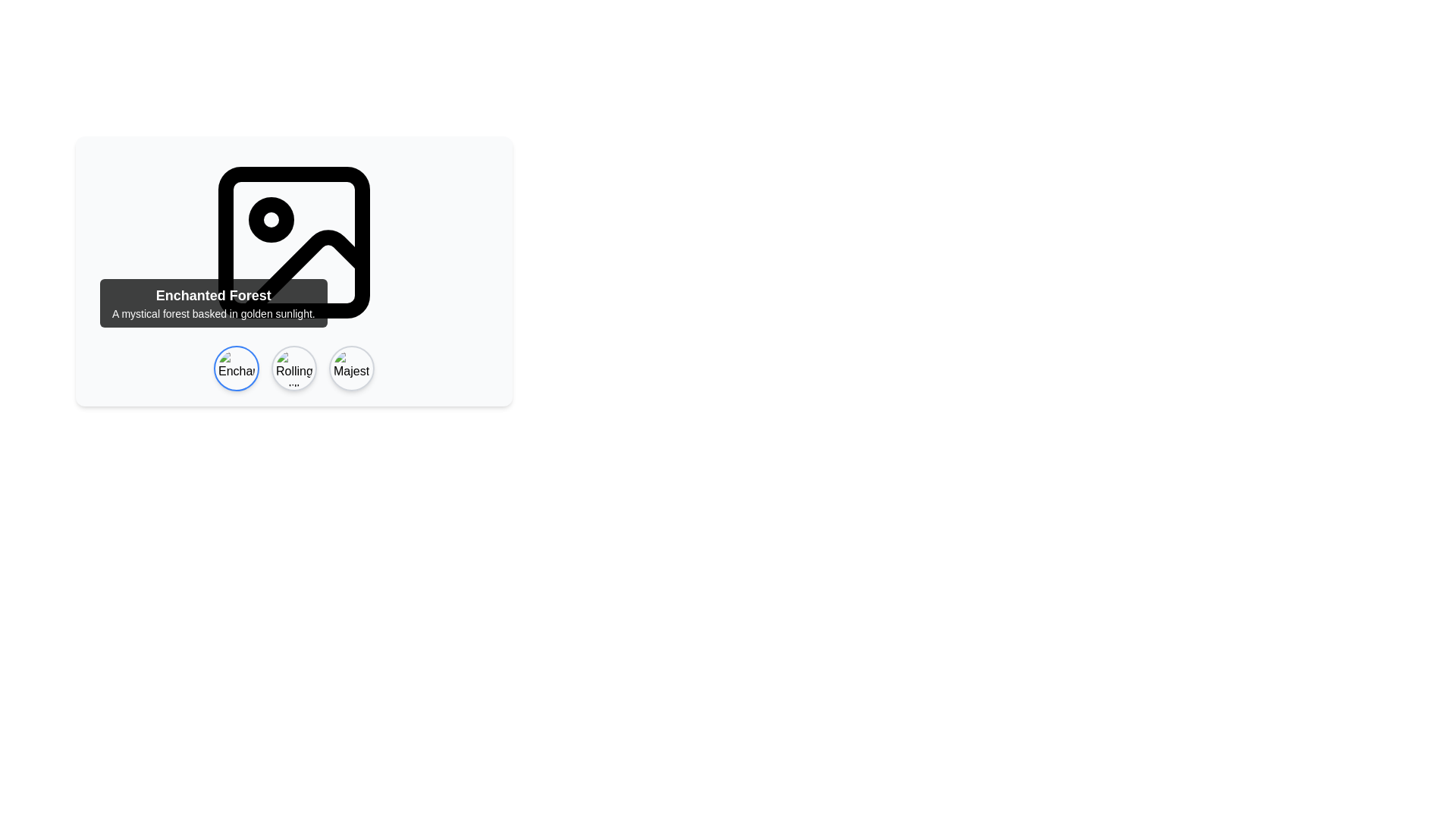 The image size is (1456, 819). Describe the element at coordinates (294, 369) in the screenshot. I see `the second circular button with a landscape icon and the word 'Rolling' below it` at that location.